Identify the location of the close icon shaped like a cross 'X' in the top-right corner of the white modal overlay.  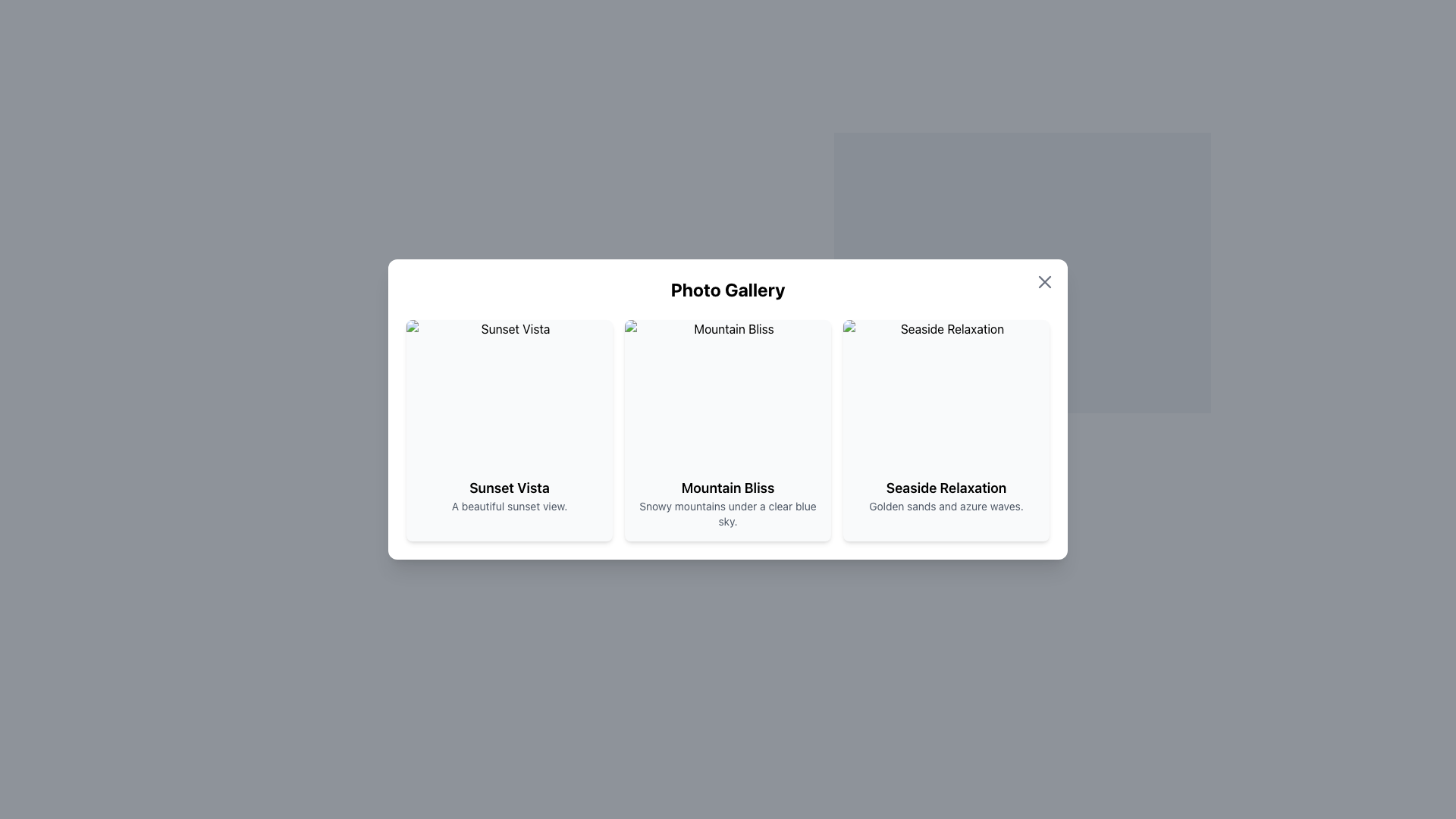
(1043, 281).